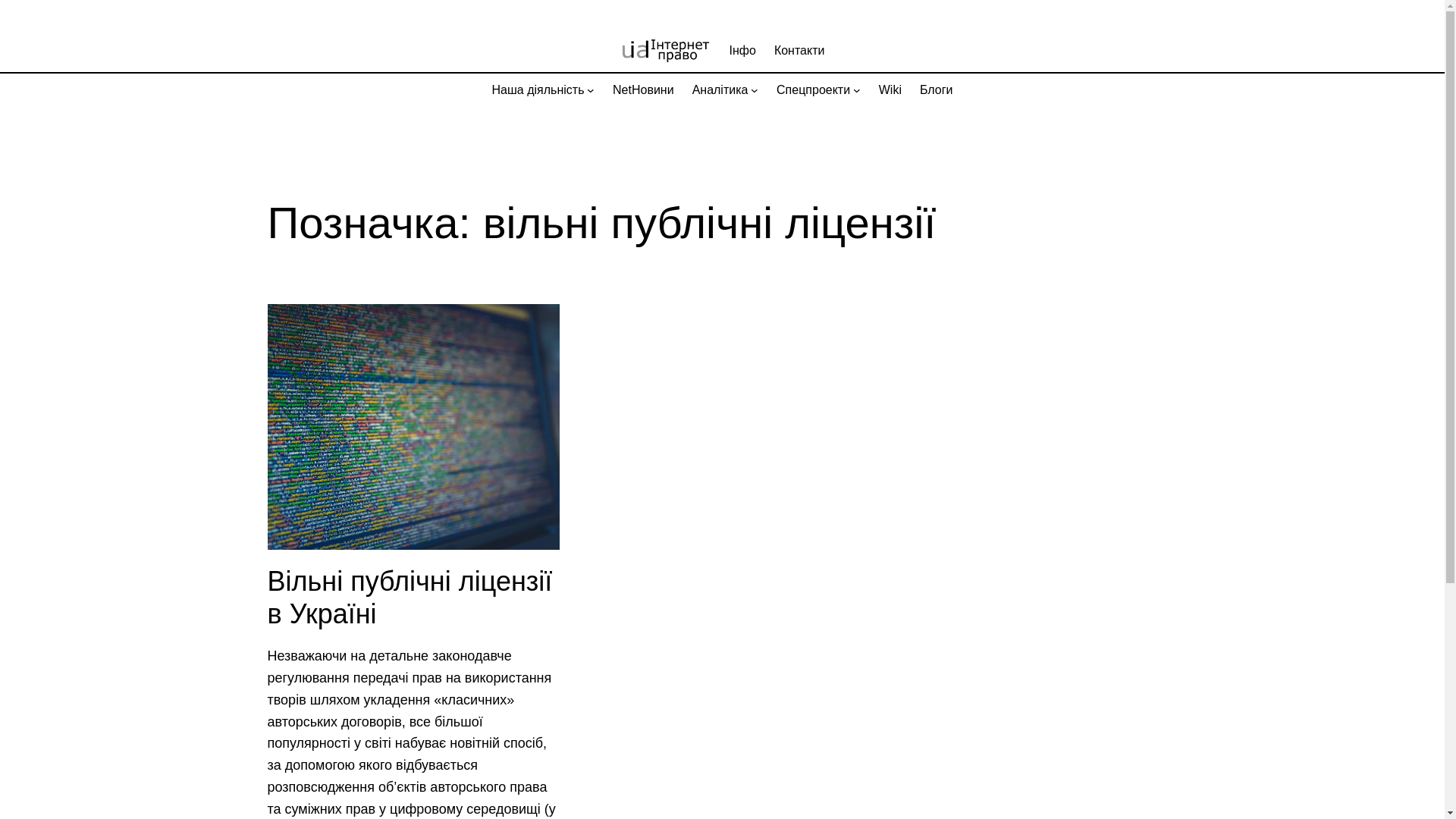 Image resolution: width=1456 pixels, height=819 pixels. What do you see at coordinates (890, 90) in the screenshot?
I see `'Wiki'` at bounding box center [890, 90].